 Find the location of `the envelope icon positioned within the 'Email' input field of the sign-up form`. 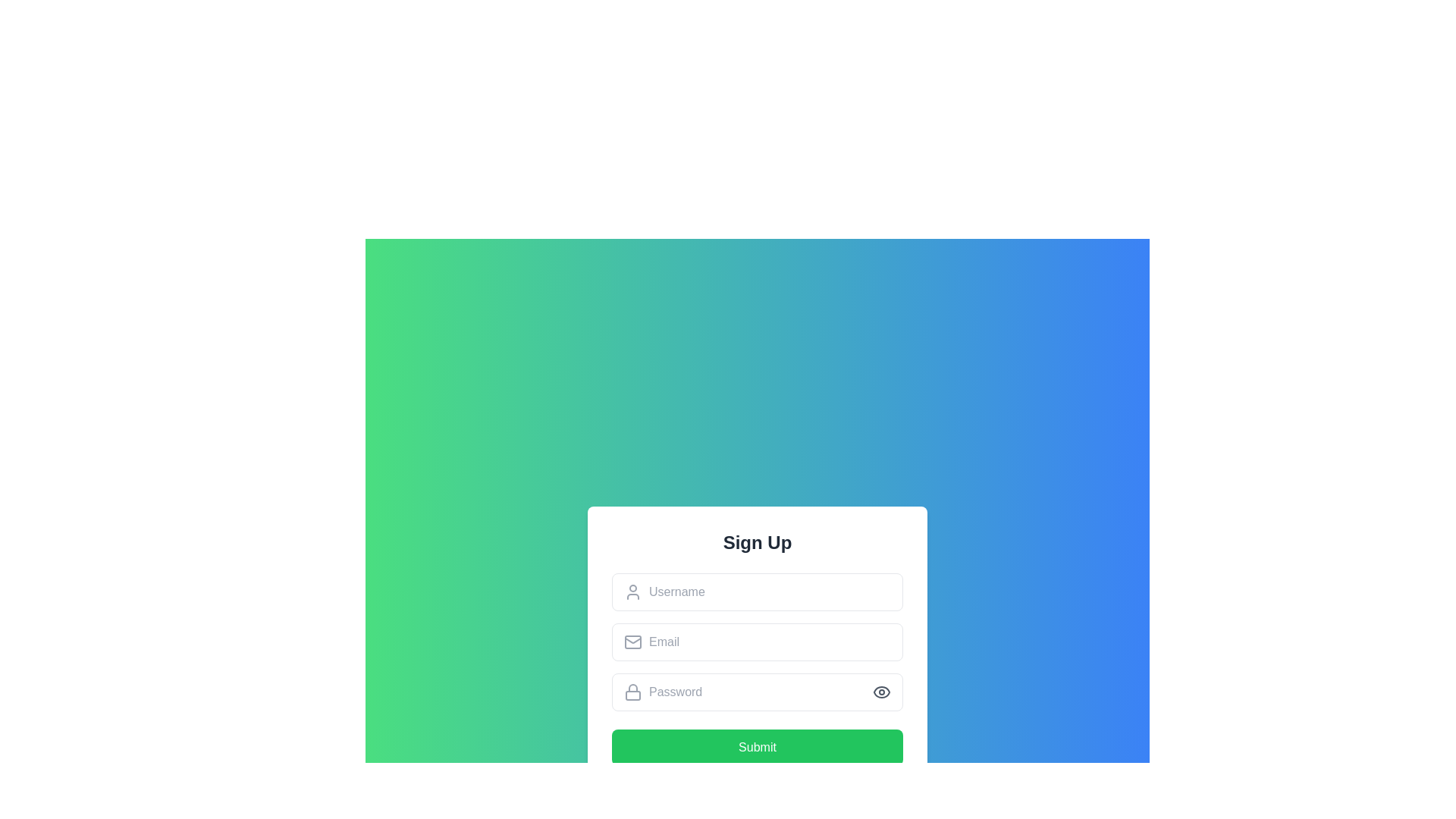

the envelope icon positioned within the 'Email' input field of the sign-up form is located at coordinates (633, 640).